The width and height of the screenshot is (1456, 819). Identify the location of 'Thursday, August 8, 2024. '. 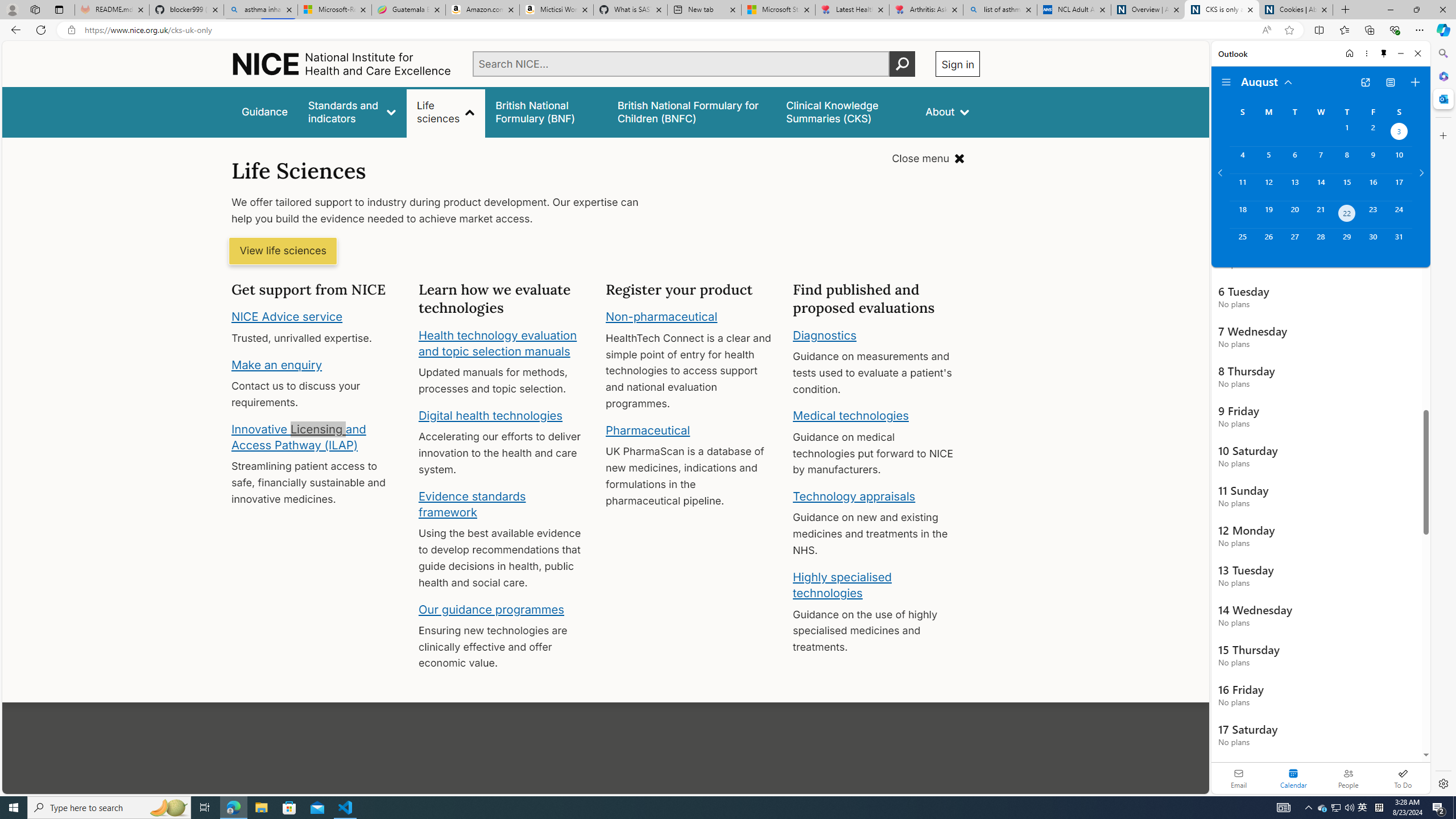
(1347, 159).